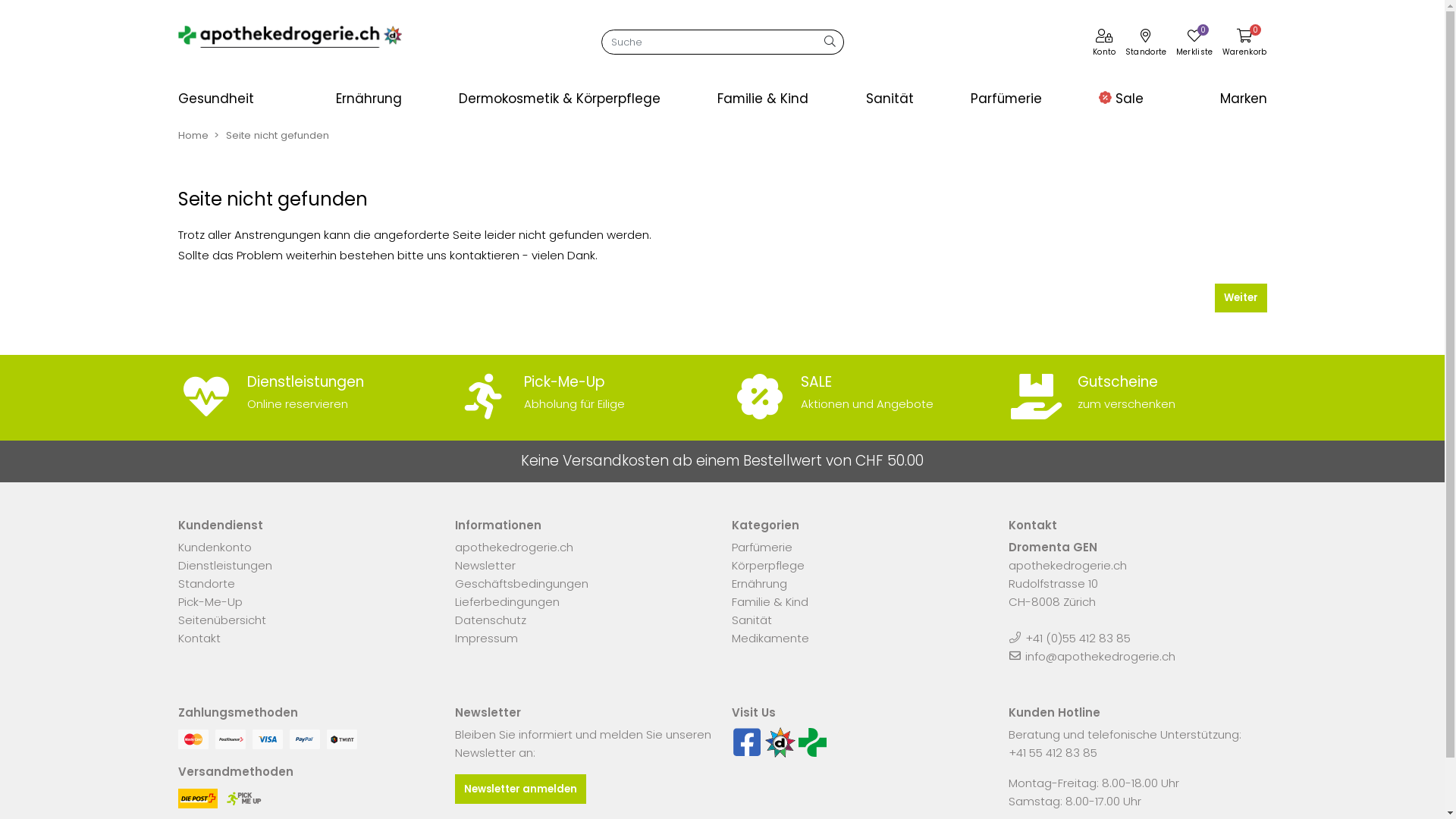 The height and width of the screenshot is (819, 1456). What do you see at coordinates (192, 134) in the screenshot?
I see `'Home'` at bounding box center [192, 134].